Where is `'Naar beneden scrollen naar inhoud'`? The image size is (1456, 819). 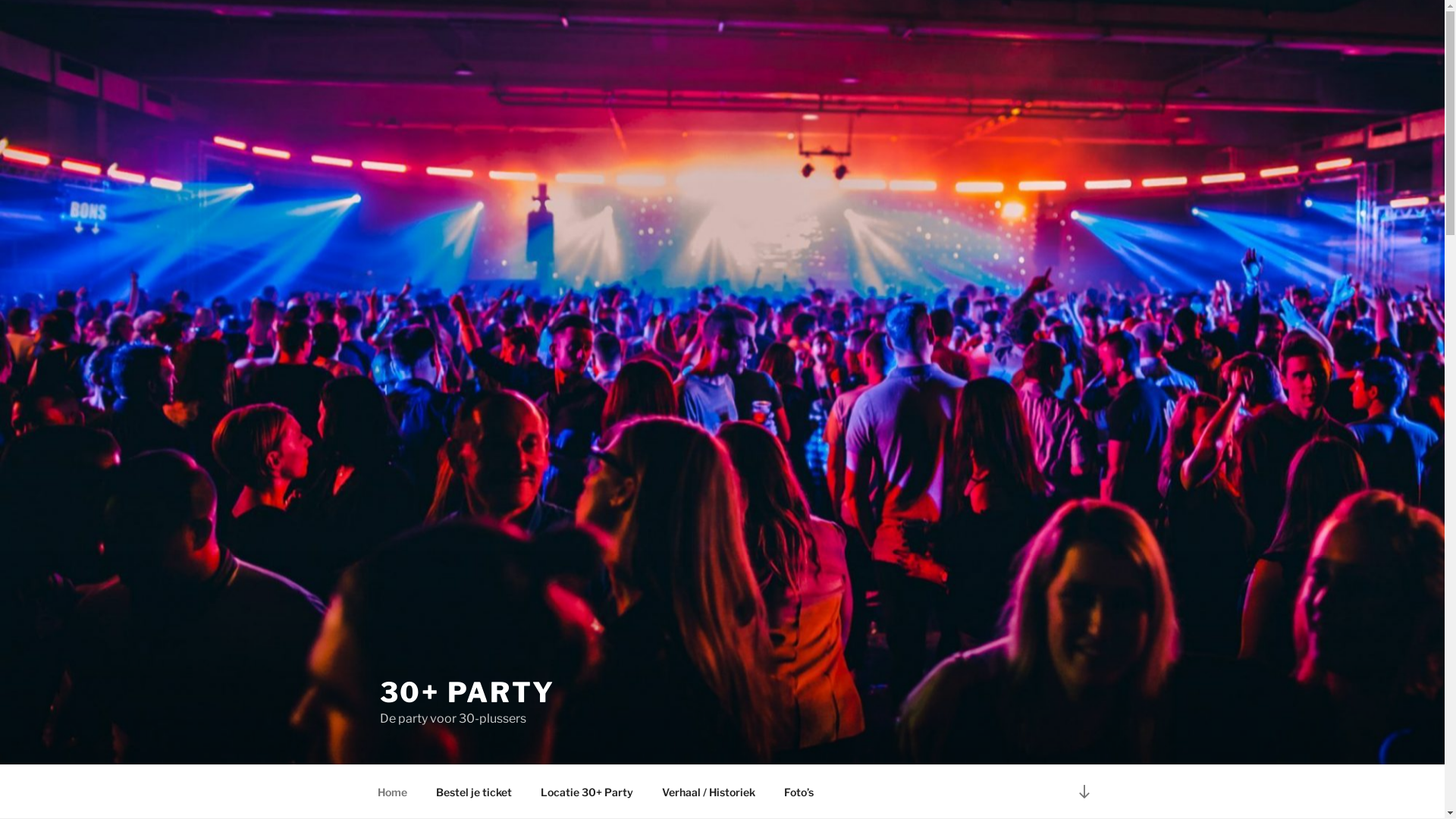 'Naar beneden scrollen naar inhoud' is located at coordinates (1083, 790).